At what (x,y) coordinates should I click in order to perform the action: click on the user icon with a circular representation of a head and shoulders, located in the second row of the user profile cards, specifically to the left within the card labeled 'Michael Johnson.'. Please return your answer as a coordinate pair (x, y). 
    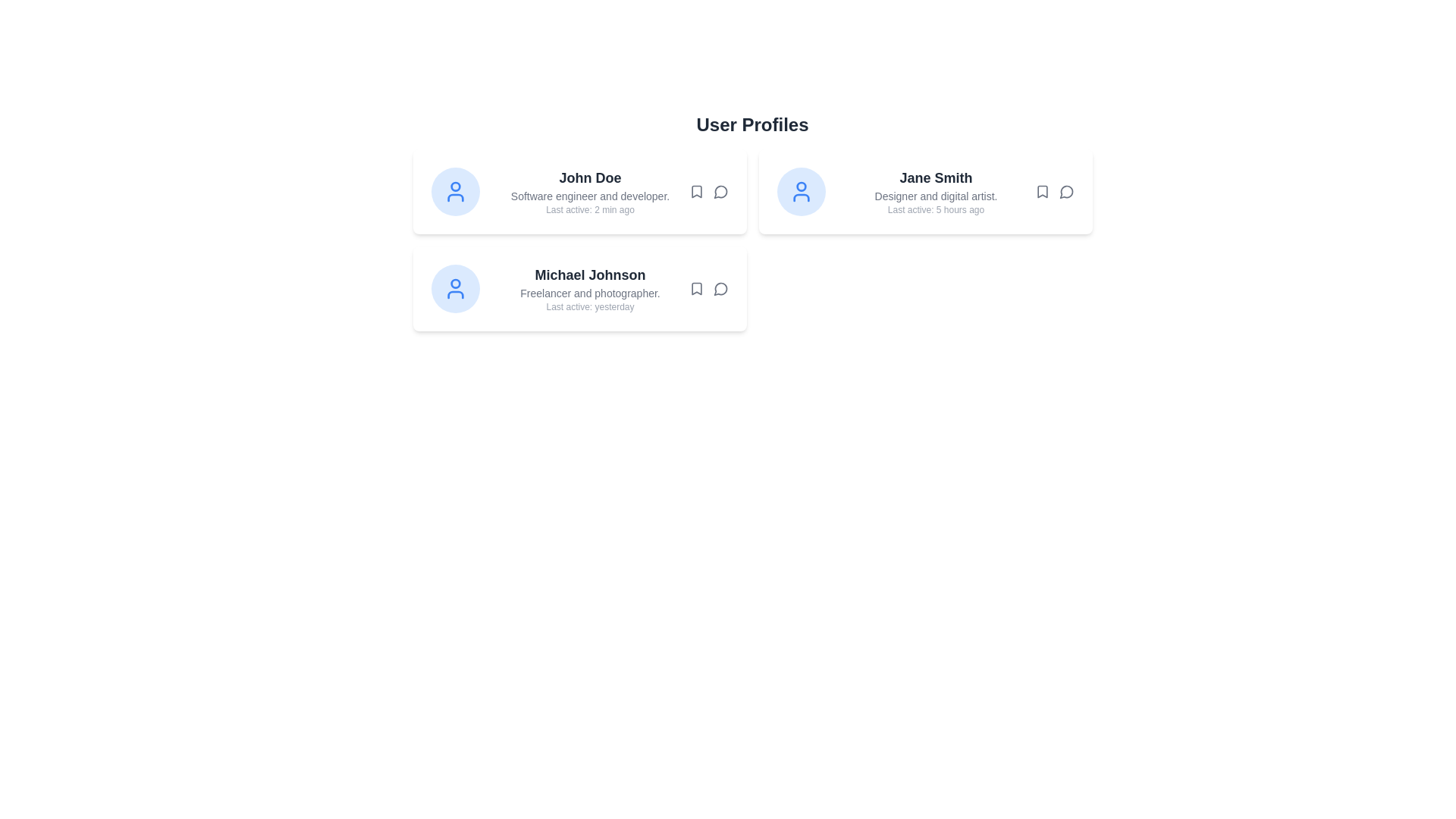
    Looking at the image, I should click on (454, 289).